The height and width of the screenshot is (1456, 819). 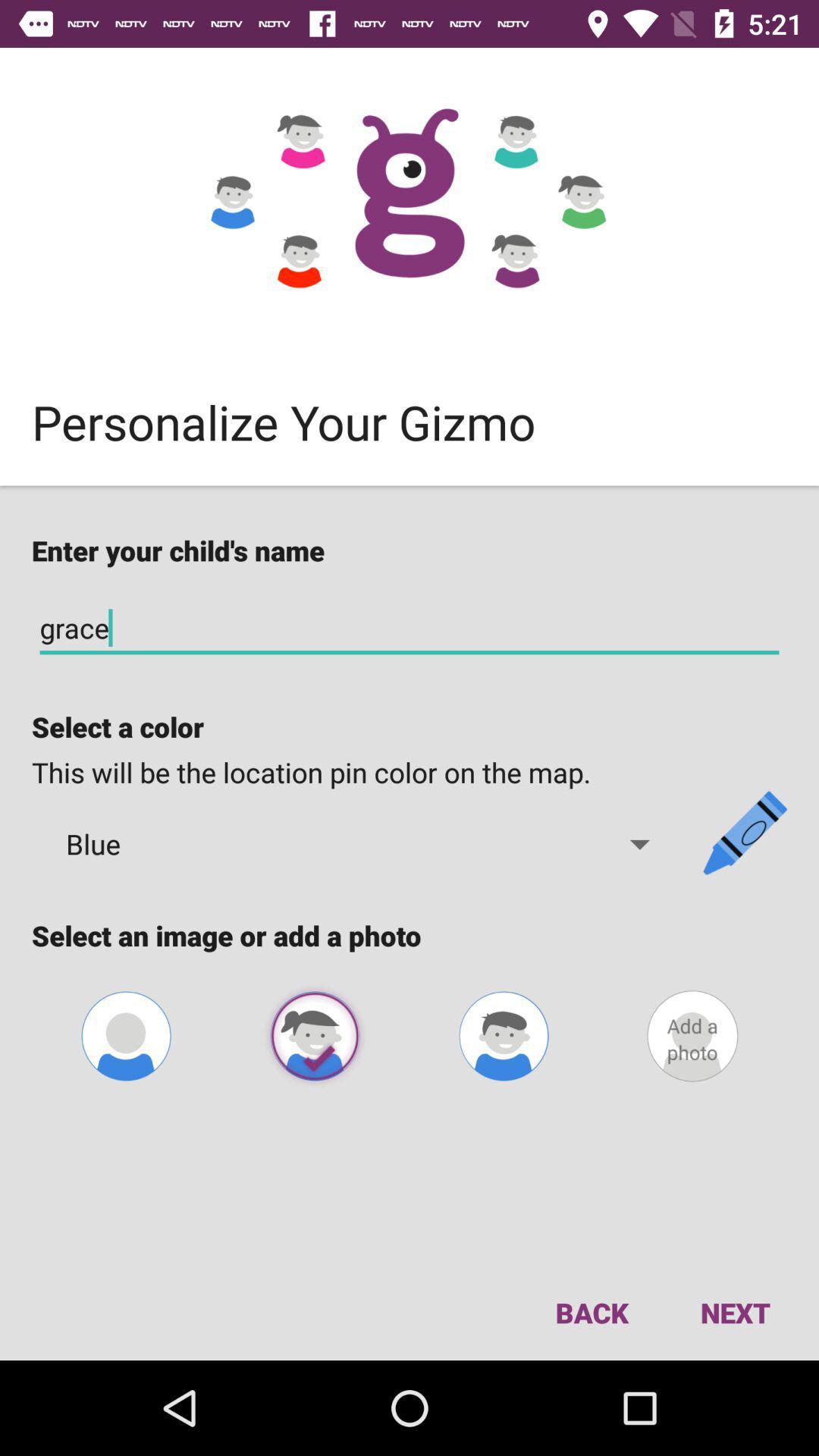 What do you see at coordinates (314, 1035) in the screenshot?
I see `the avatar icon` at bounding box center [314, 1035].